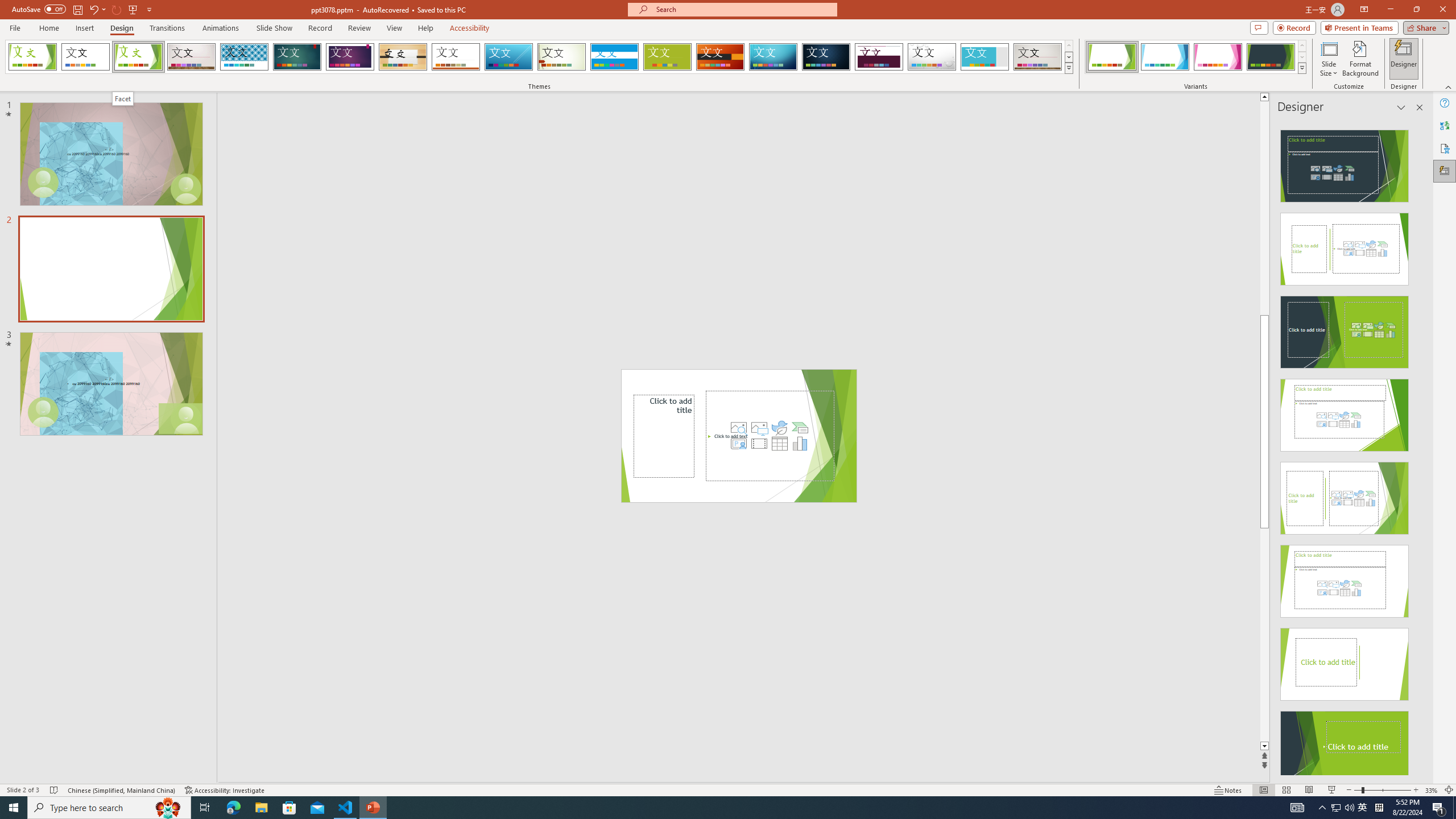  Describe the element at coordinates (614, 56) in the screenshot. I see `'Banded'` at that location.